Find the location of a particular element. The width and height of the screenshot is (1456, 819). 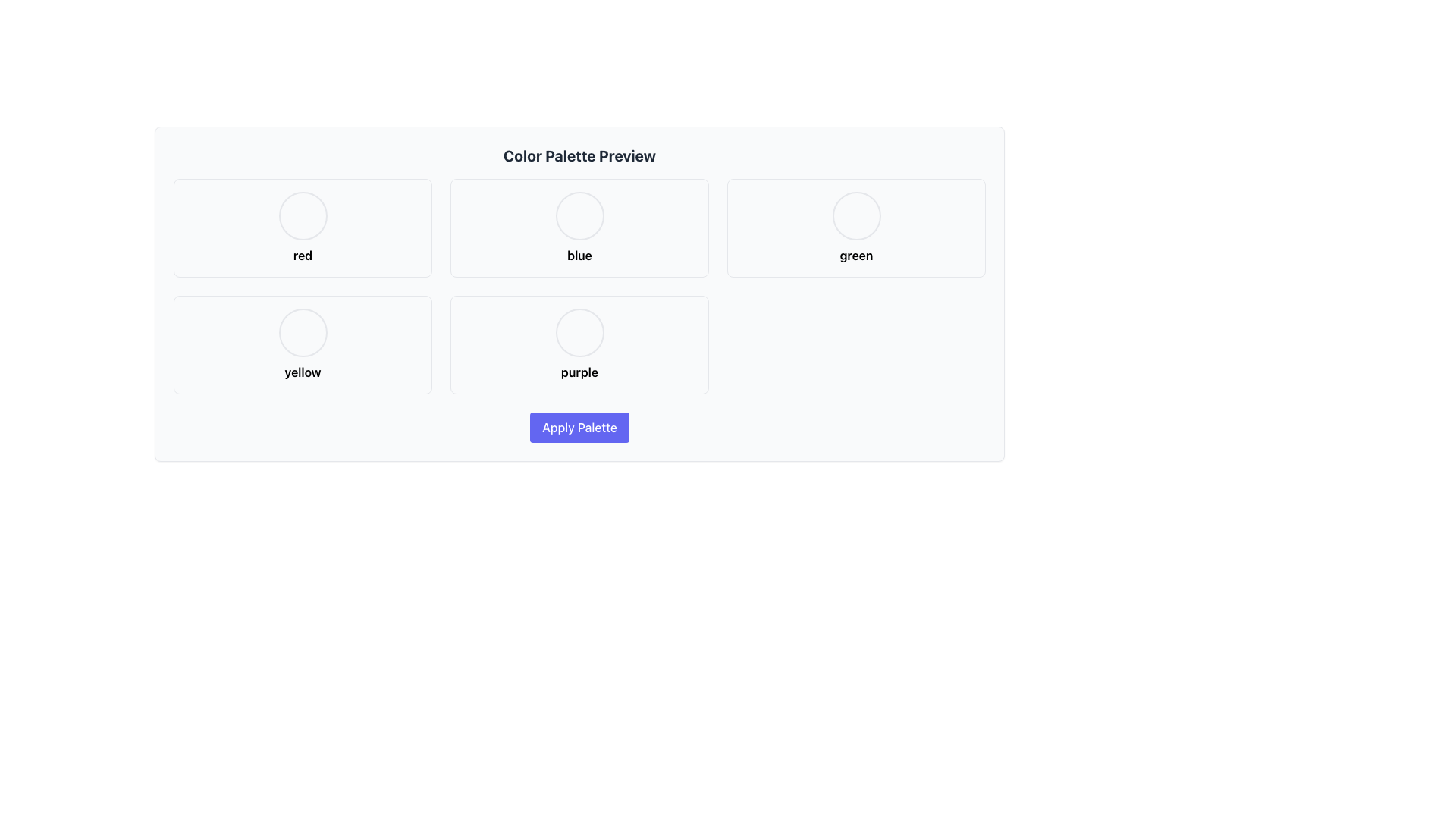

the yellow clickable card located in the second row, first column of the grid layout, which visually represents a color selection in the color palette is located at coordinates (303, 345).